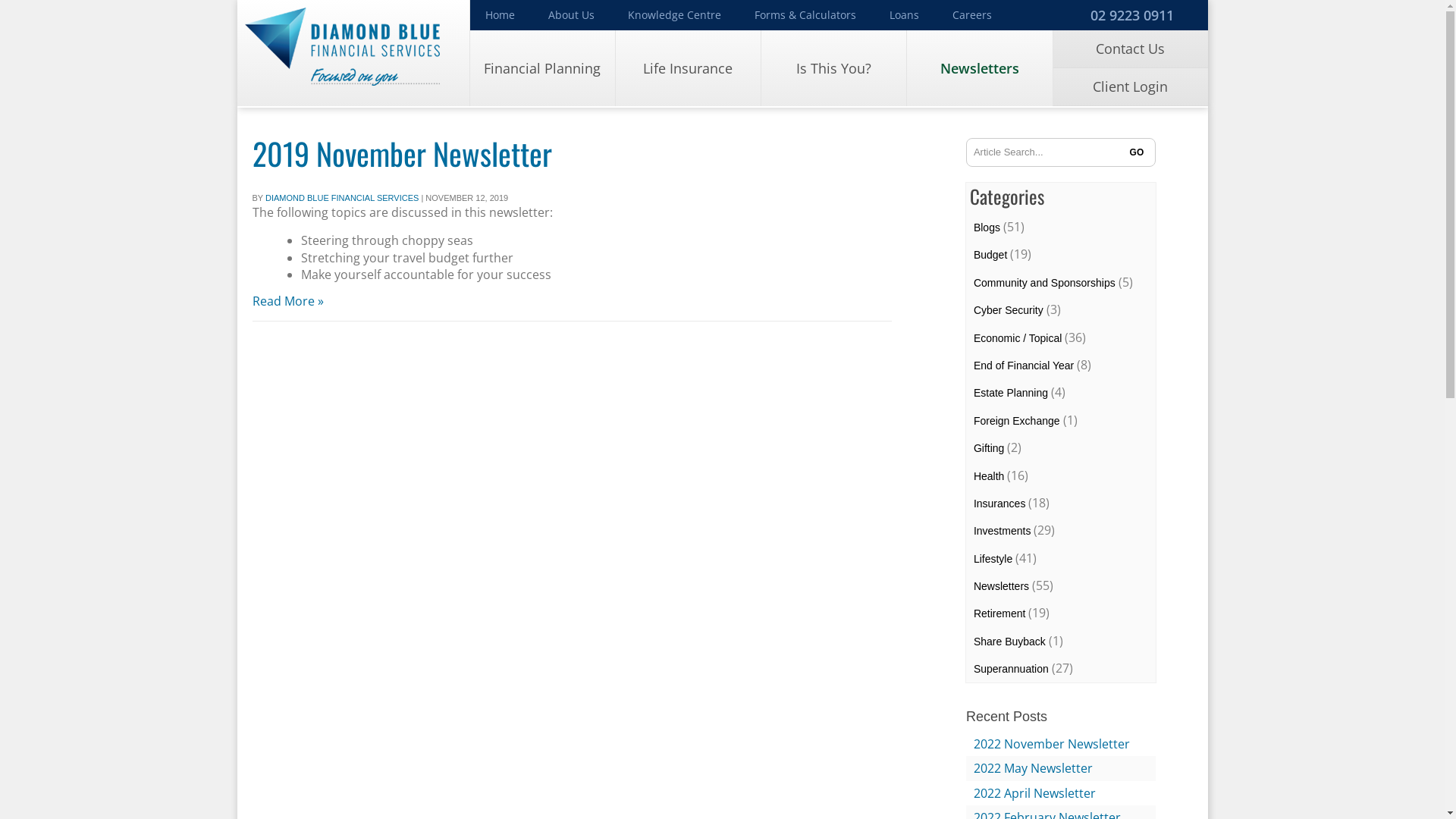 This screenshot has width=1456, height=819. I want to click on 'Financial Planning', so click(469, 67).